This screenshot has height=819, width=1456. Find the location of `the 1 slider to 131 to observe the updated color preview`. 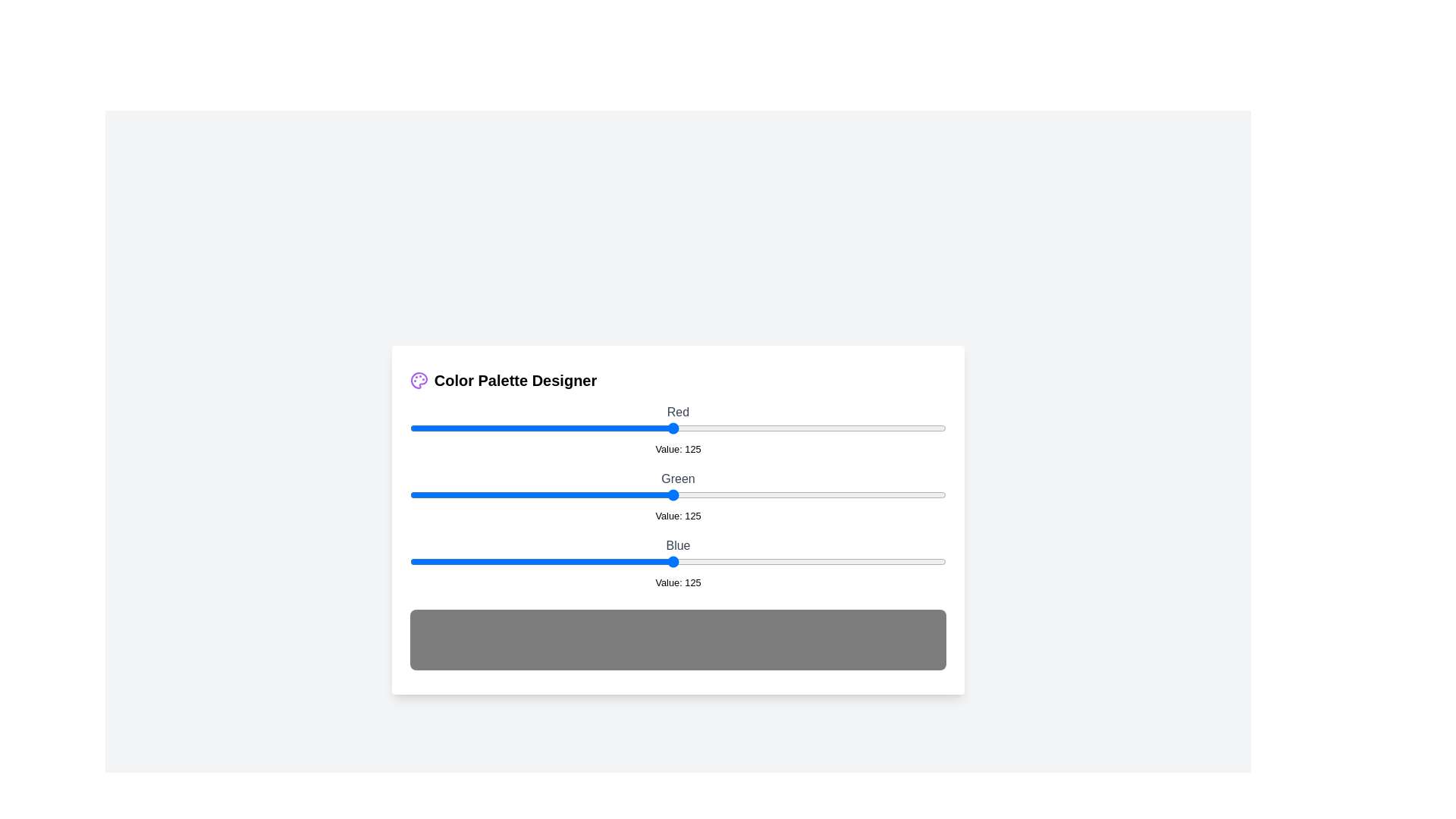

the 1 slider to 131 to observe the updated color preview is located at coordinates (685, 494).